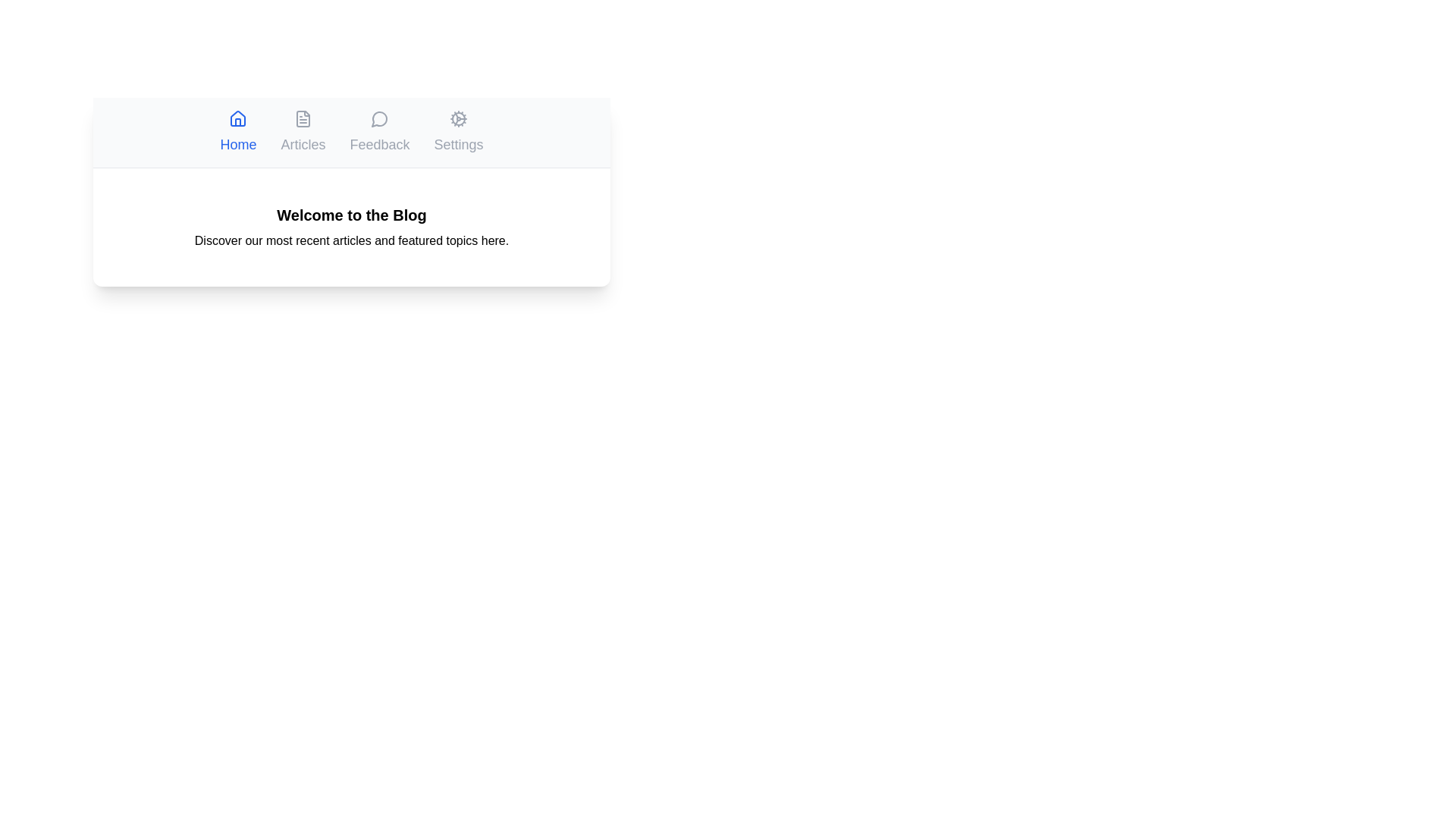 The height and width of the screenshot is (819, 1456). What do you see at coordinates (303, 131) in the screenshot?
I see `the Articles tab to switch to its content section` at bounding box center [303, 131].